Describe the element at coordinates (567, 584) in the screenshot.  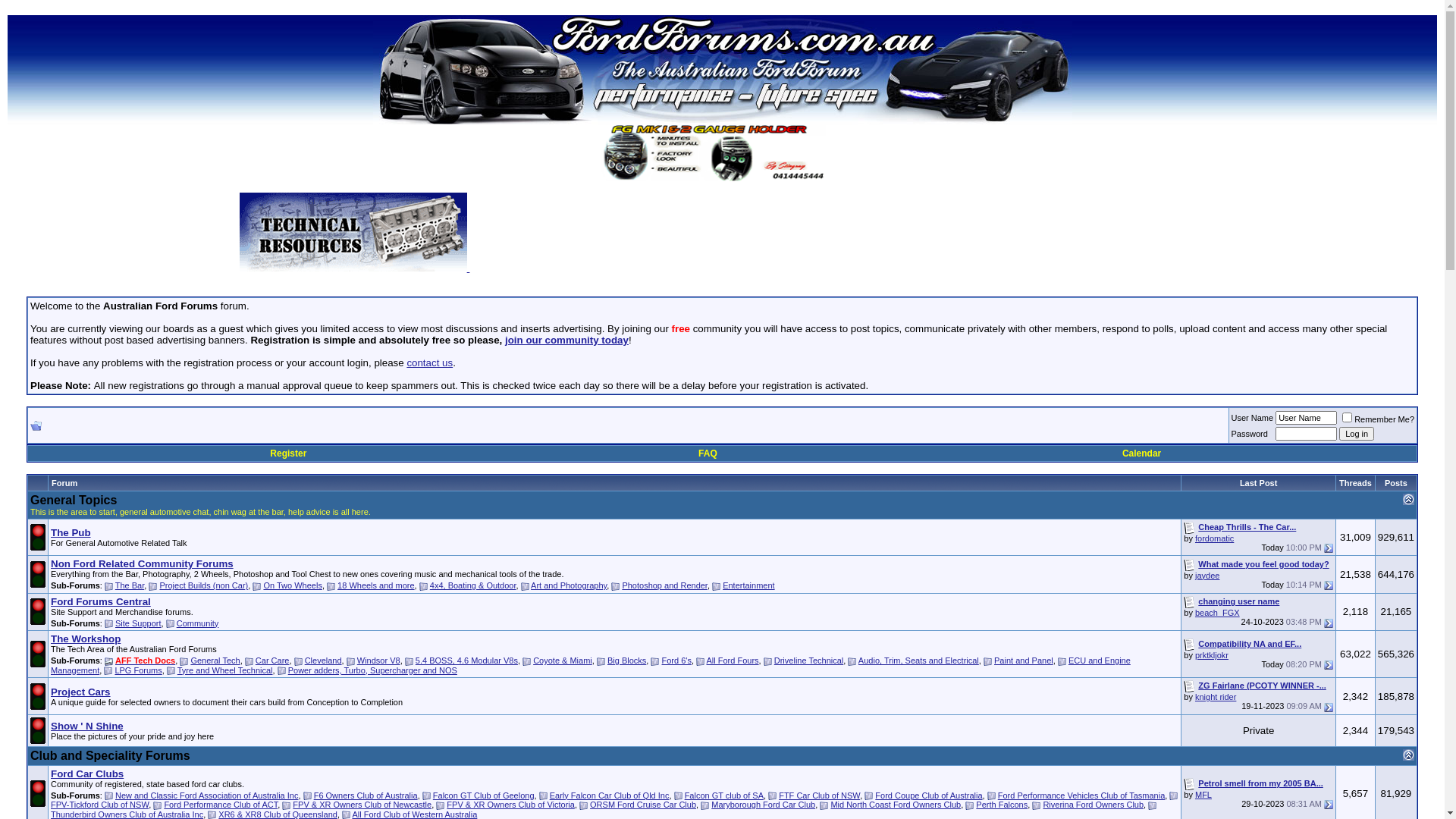
I see `'Art and Photography'` at that location.